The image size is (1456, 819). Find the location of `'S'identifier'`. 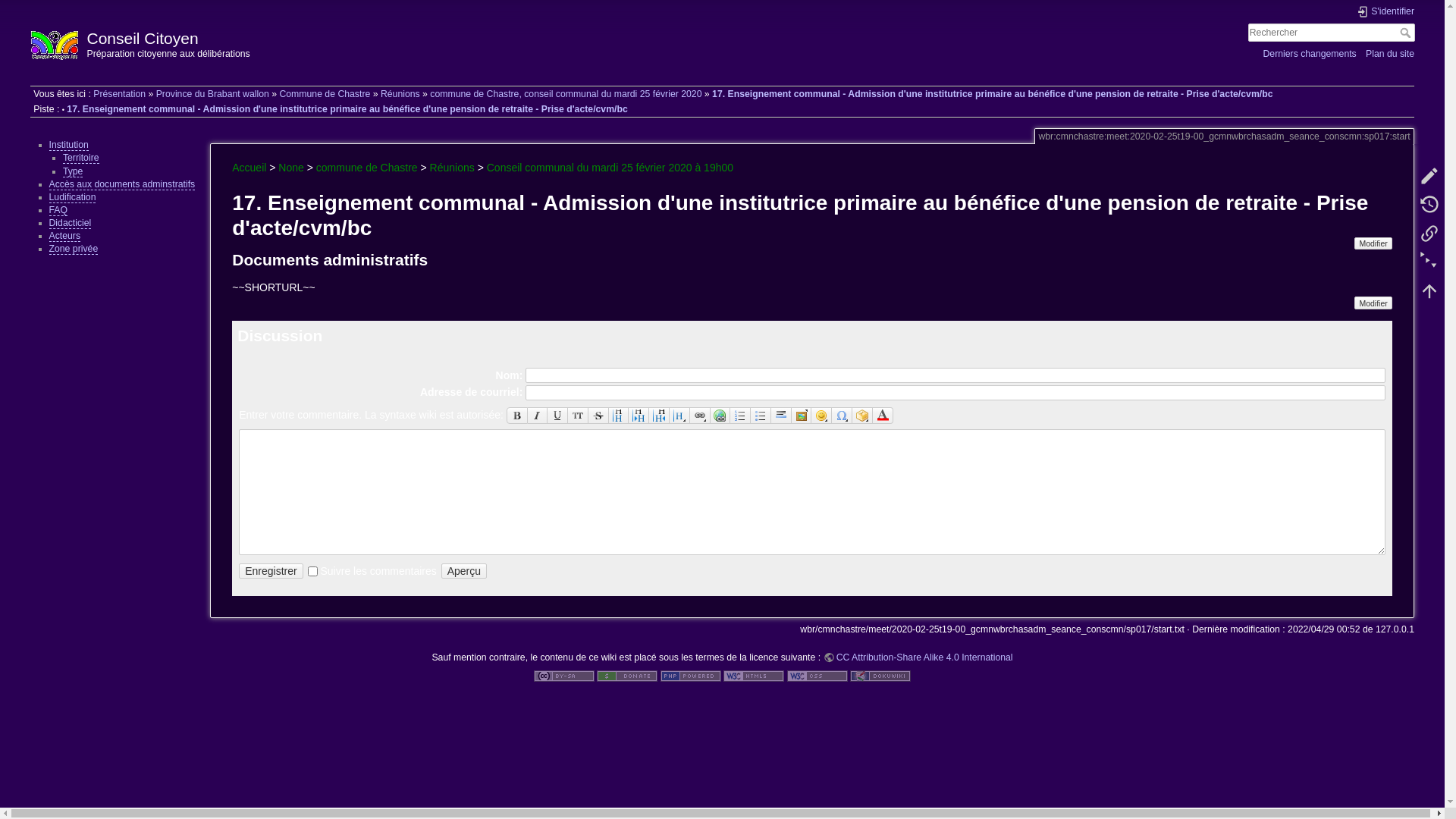

'S'identifier' is located at coordinates (1385, 11).